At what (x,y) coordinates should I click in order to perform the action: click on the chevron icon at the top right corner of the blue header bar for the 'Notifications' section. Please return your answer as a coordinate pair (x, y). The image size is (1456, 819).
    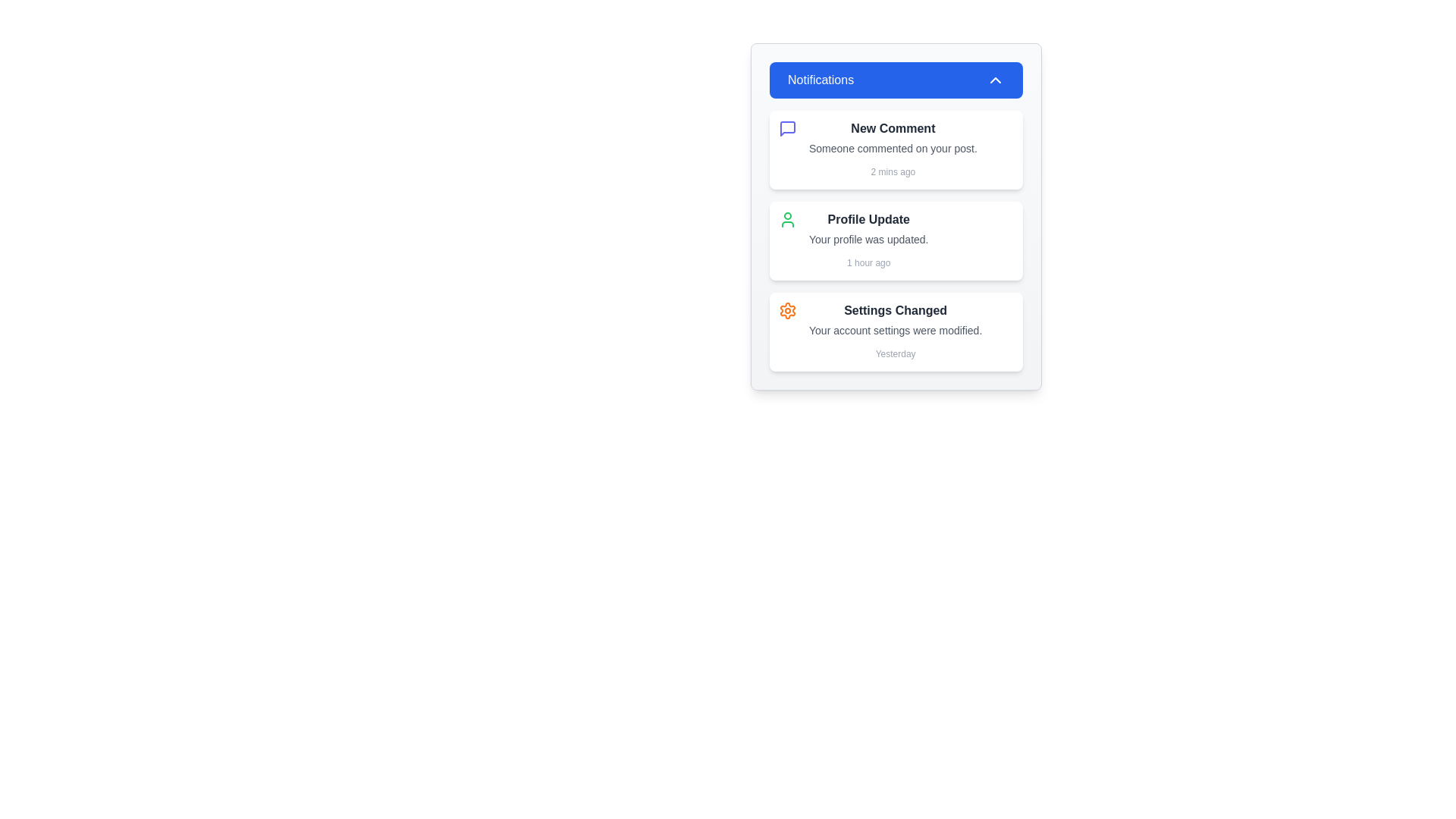
    Looking at the image, I should click on (996, 80).